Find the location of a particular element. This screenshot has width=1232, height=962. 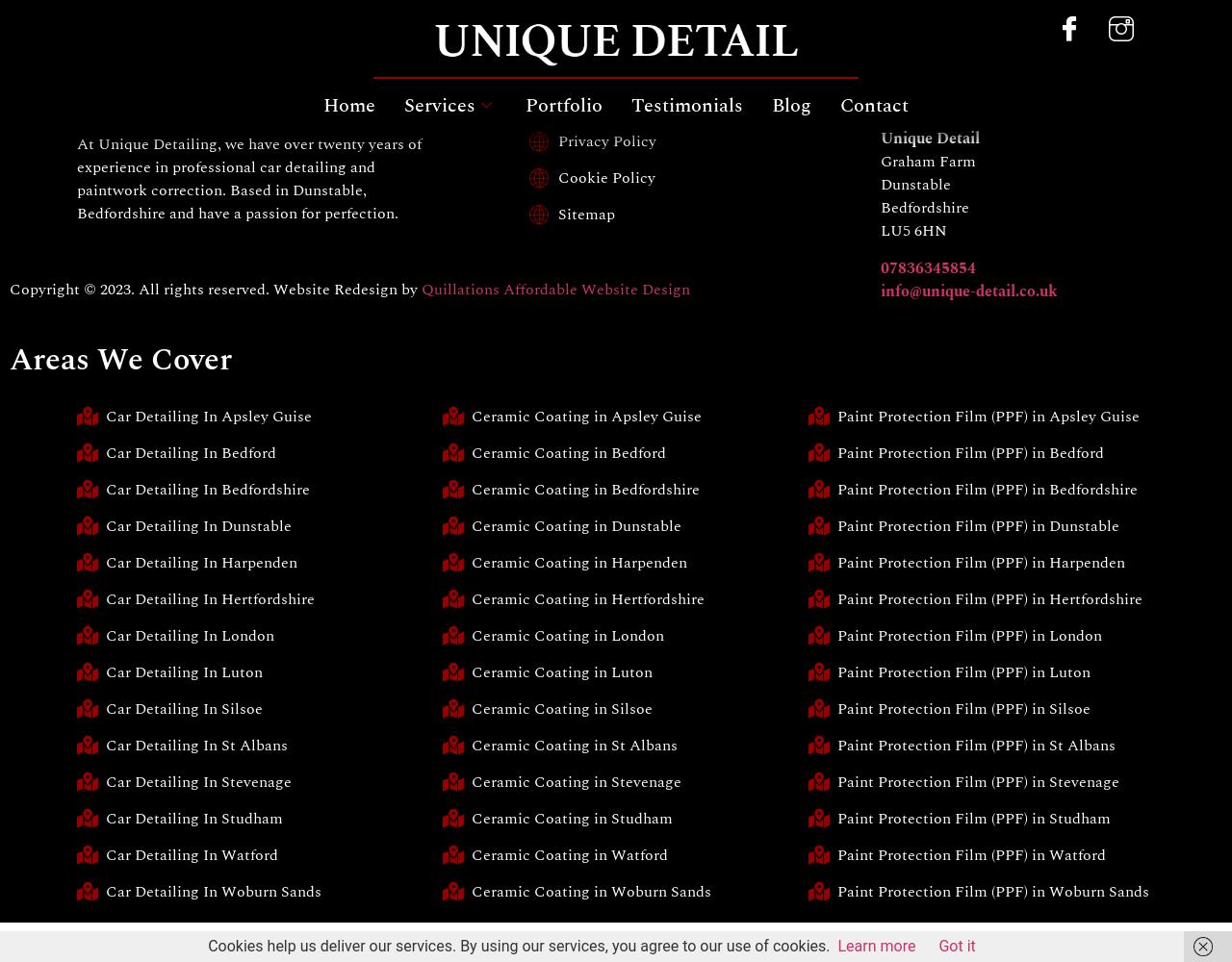

'Sitemap' is located at coordinates (584, 214).